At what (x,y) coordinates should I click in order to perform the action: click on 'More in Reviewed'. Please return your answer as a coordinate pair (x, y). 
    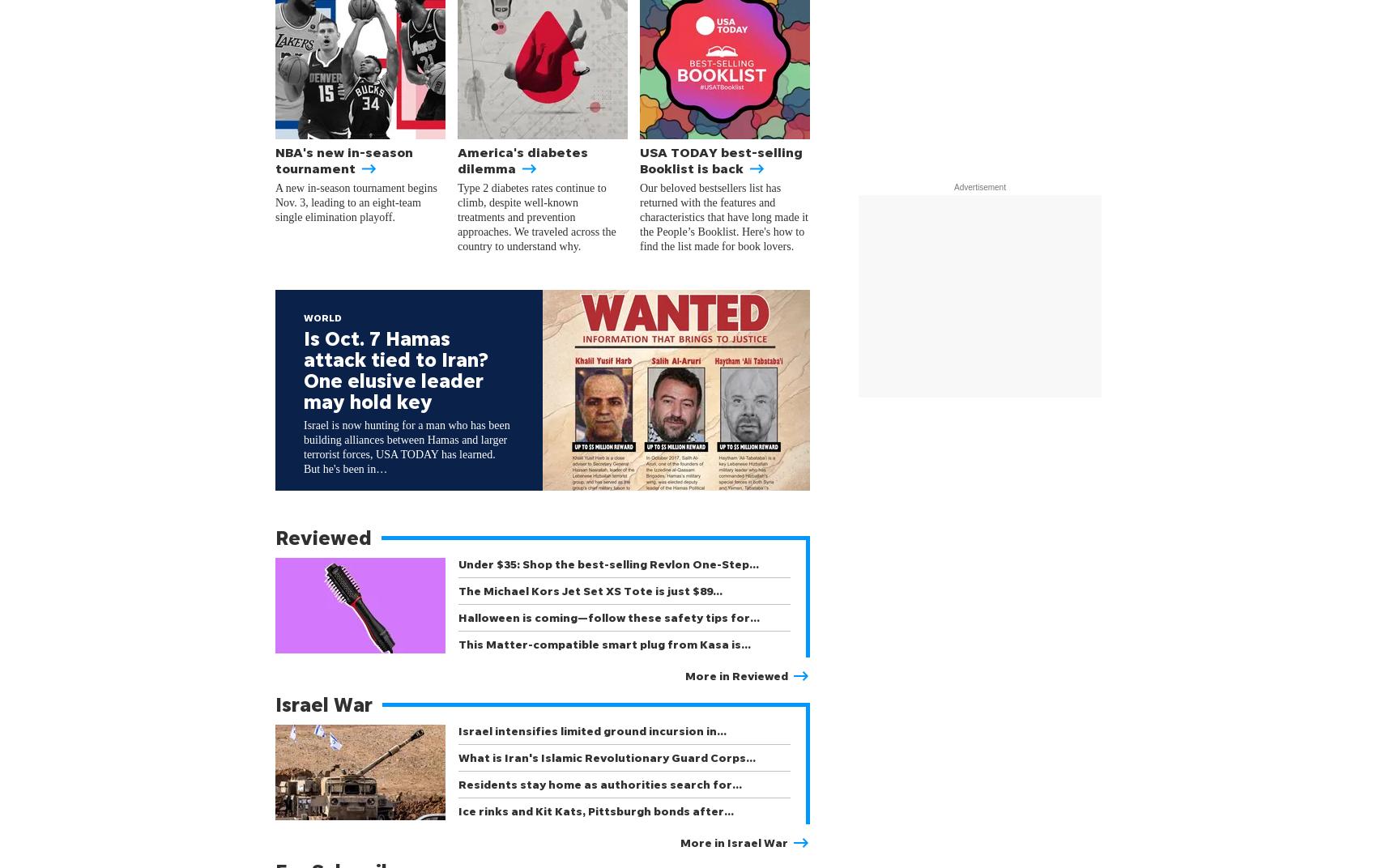
    Looking at the image, I should click on (736, 674).